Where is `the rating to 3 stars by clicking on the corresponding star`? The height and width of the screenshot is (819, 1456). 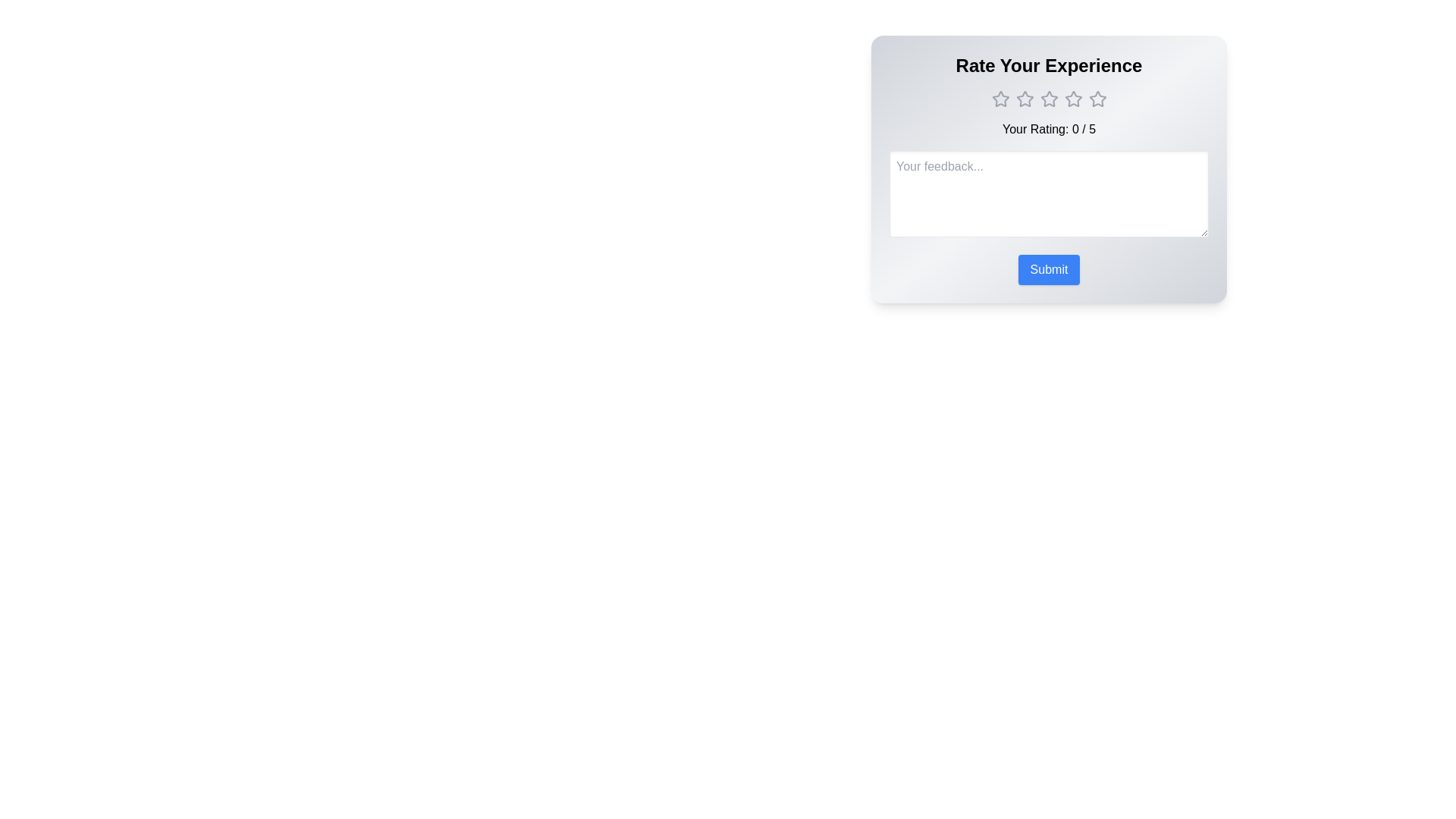
the rating to 3 stars by clicking on the corresponding star is located at coordinates (1048, 99).